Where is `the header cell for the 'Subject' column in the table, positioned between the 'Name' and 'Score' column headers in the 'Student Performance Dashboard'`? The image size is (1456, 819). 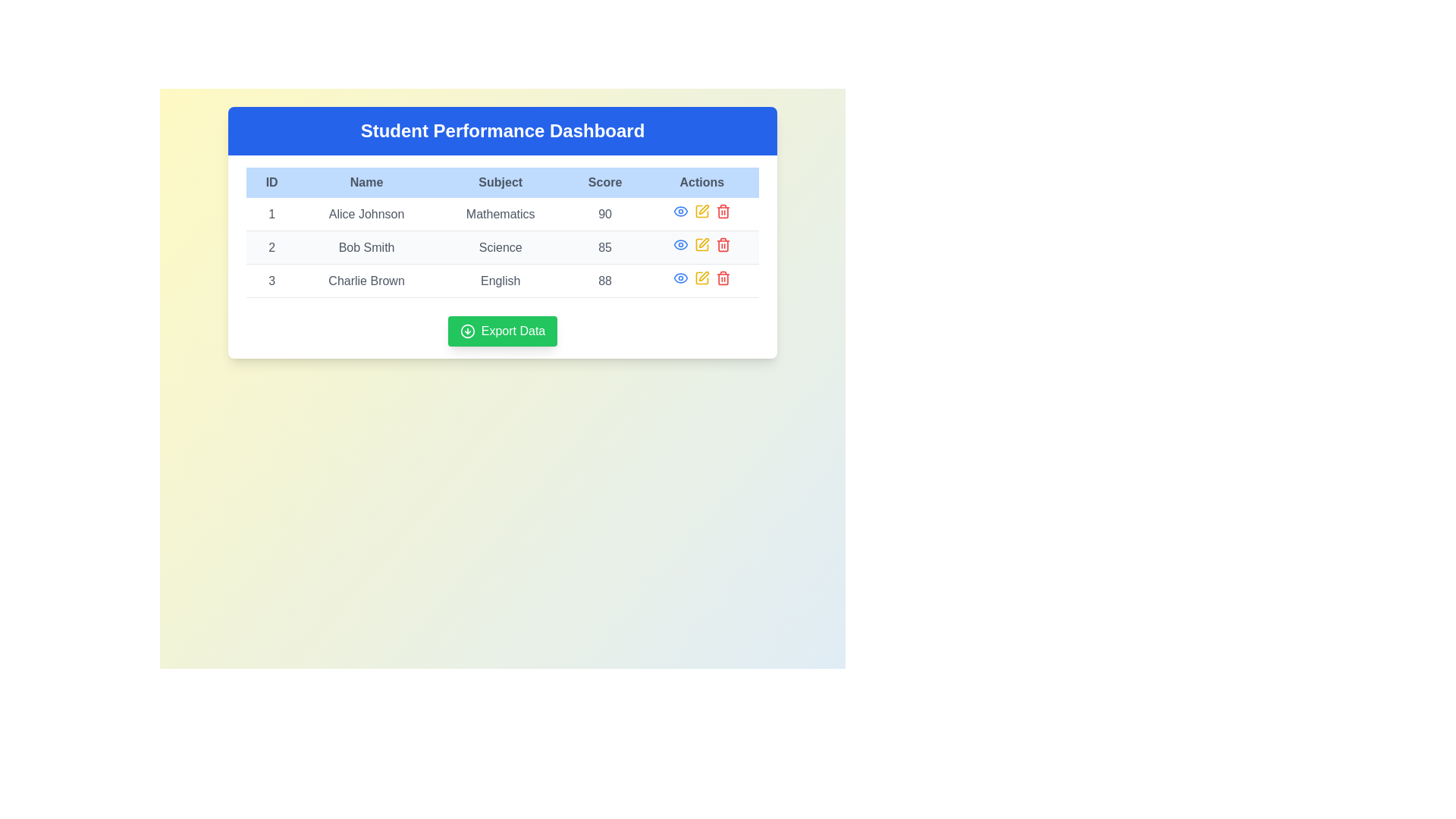
the header cell for the 'Subject' column in the table, positioned between the 'Name' and 'Score' column headers in the 'Student Performance Dashboard' is located at coordinates (502, 181).